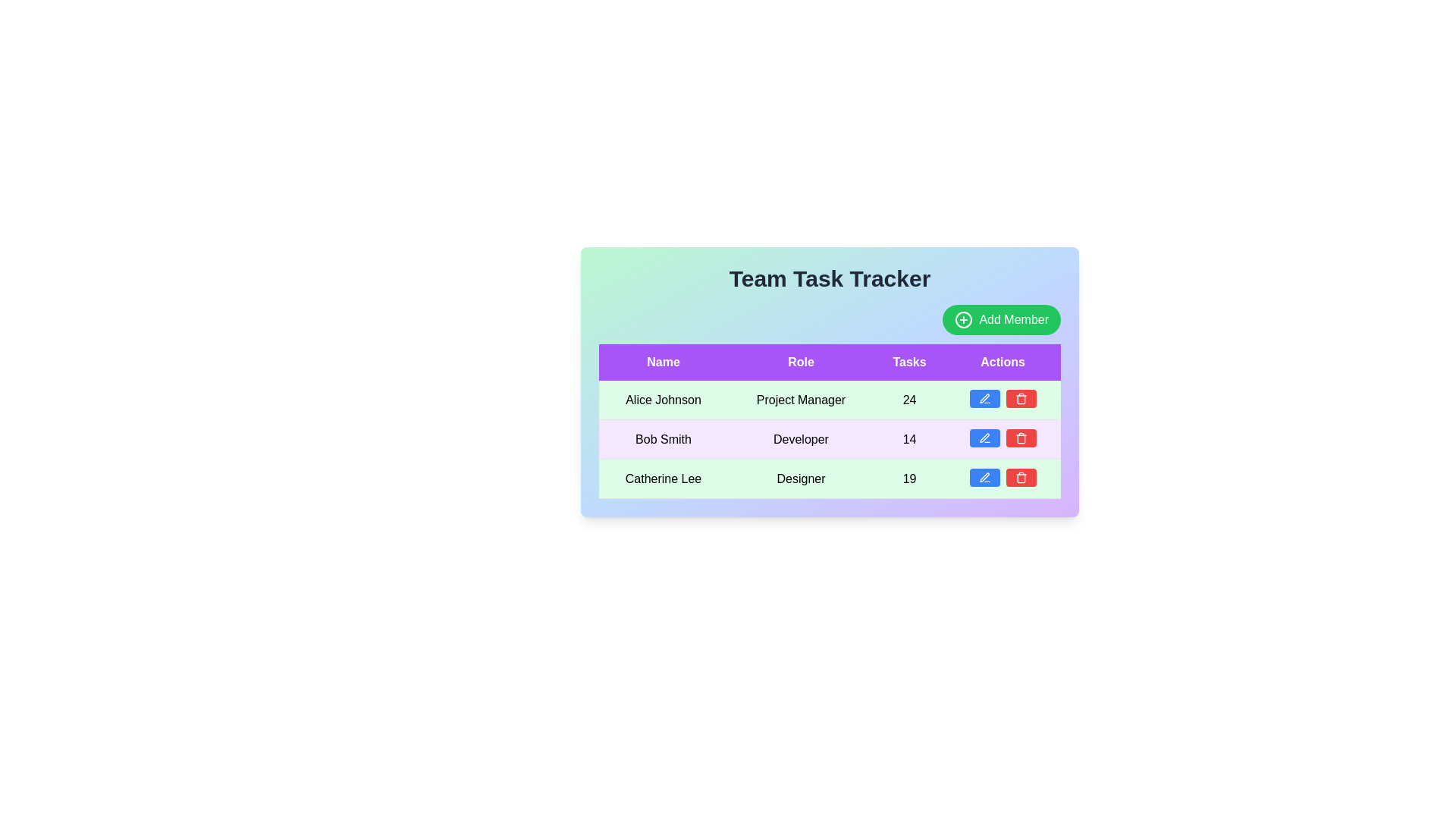  What do you see at coordinates (1021, 476) in the screenshot?
I see `the delete button corresponding to the team member Catherine Lee` at bounding box center [1021, 476].